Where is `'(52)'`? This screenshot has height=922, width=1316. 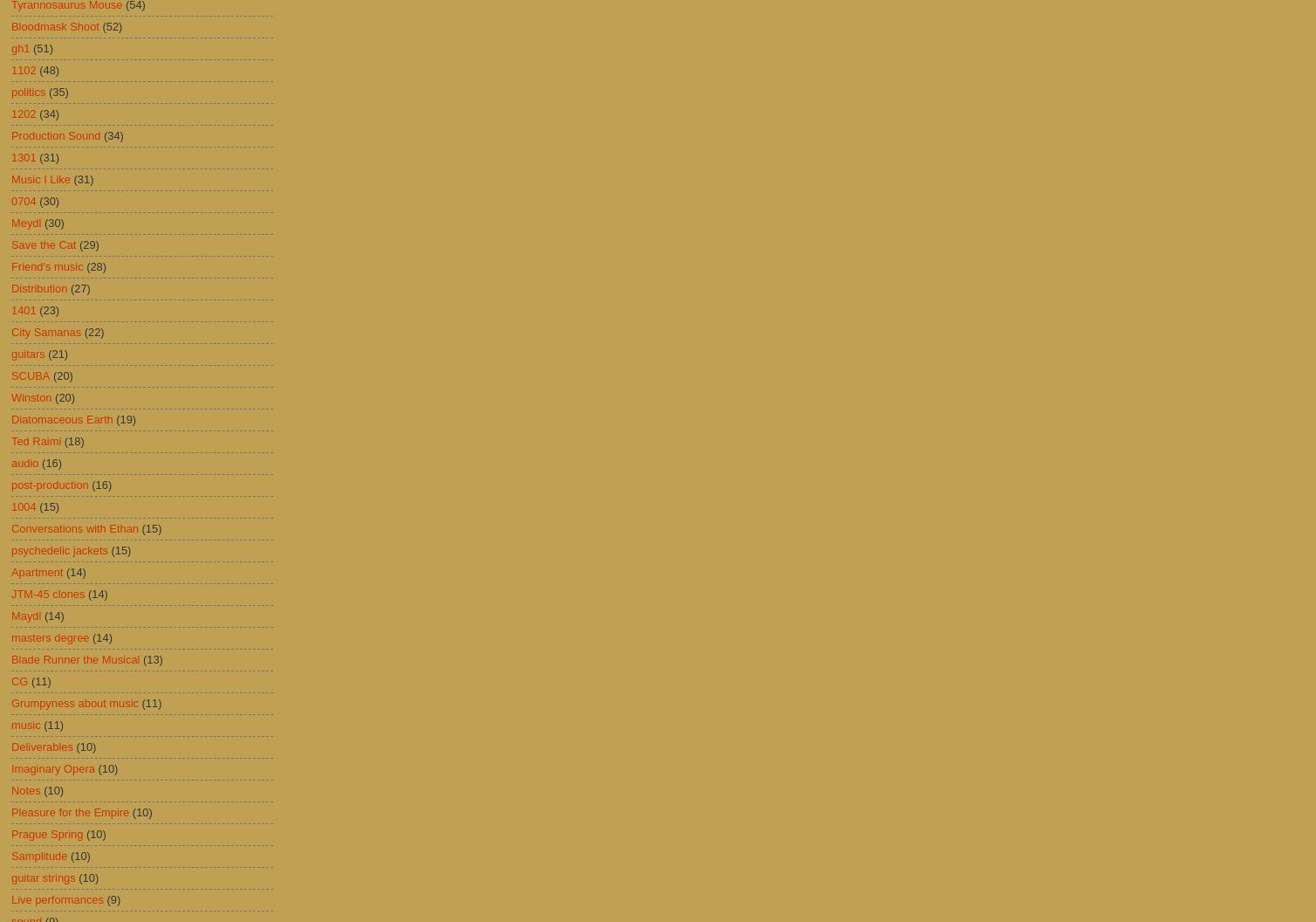 '(52)' is located at coordinates (112, 26).